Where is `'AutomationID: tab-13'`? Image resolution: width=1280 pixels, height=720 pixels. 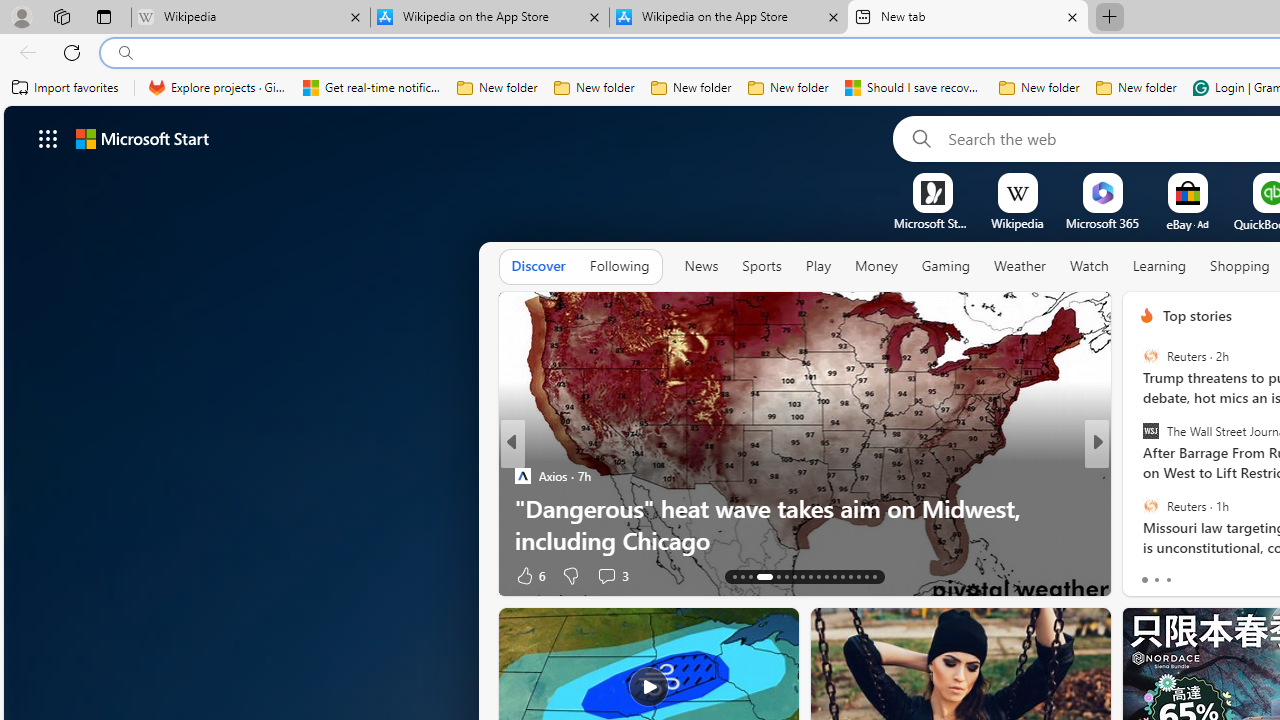
'AutomationID: tab-13' is located at coordinates (733, 577).